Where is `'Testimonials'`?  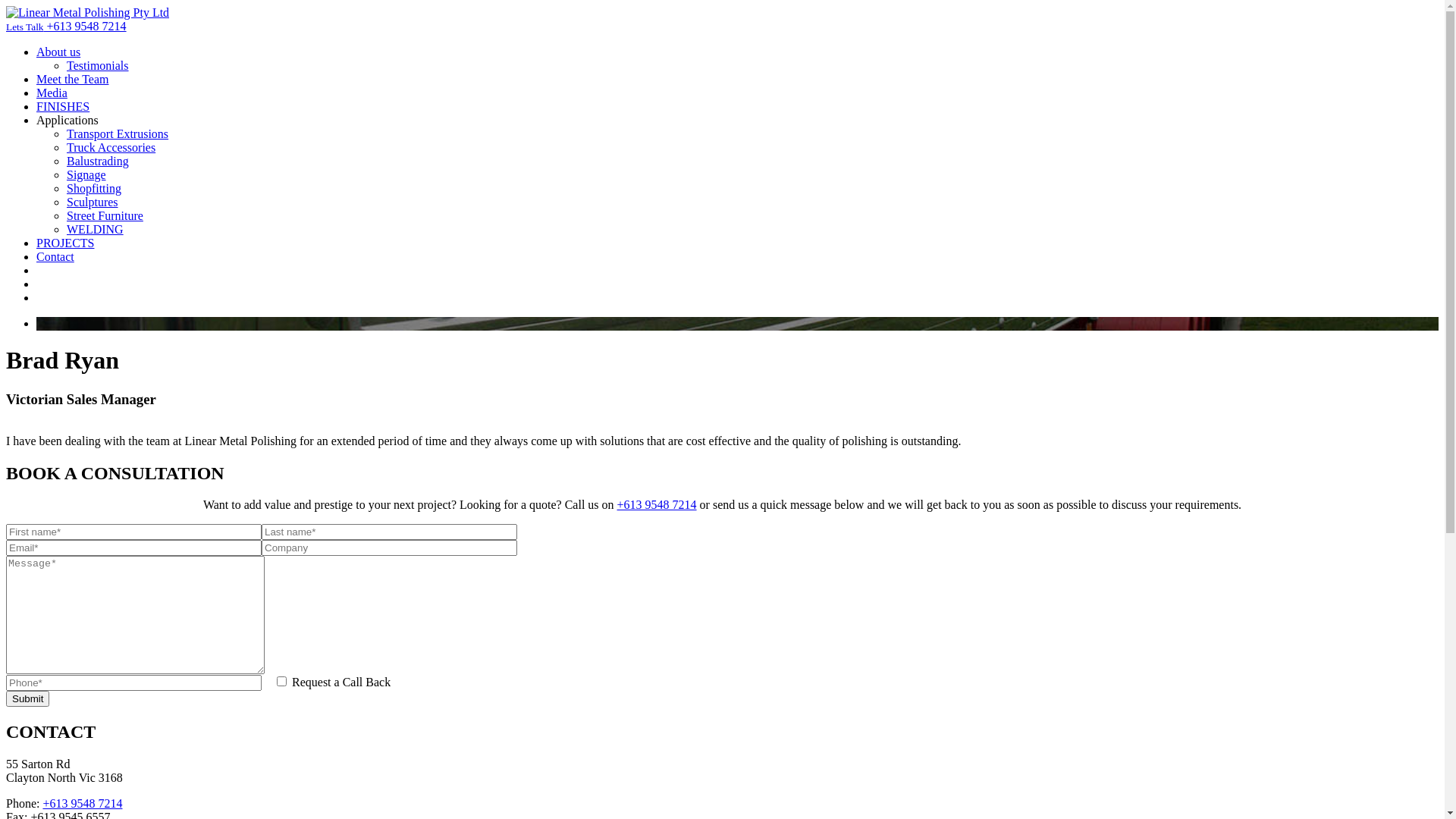 'Testimonials' is located at coordinates (97, 64).